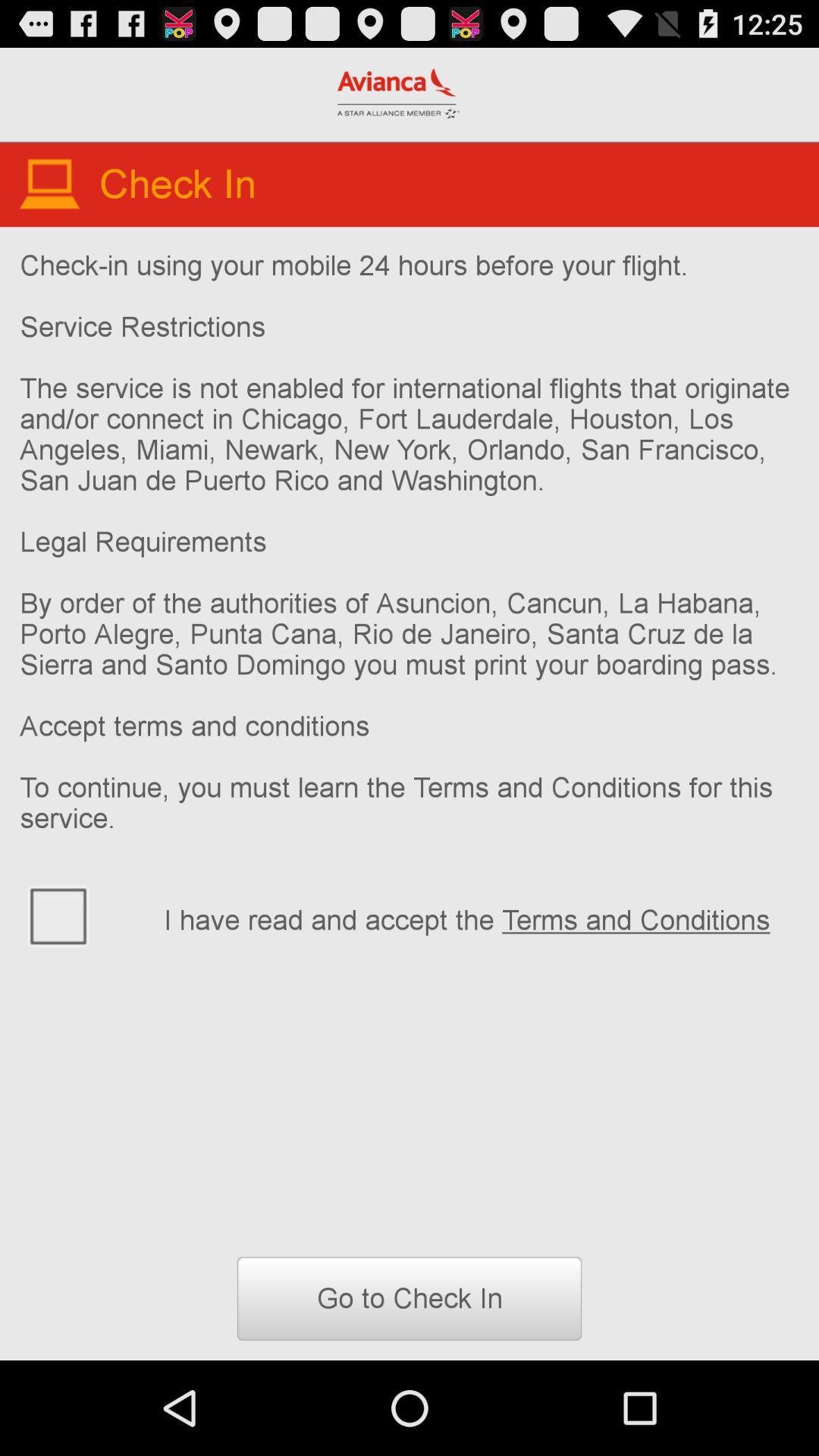 This screenshot has width=819, height=1456. Describe the element at coordinates (481, 917) in the screenshot. I see `item below check in using` at that location.